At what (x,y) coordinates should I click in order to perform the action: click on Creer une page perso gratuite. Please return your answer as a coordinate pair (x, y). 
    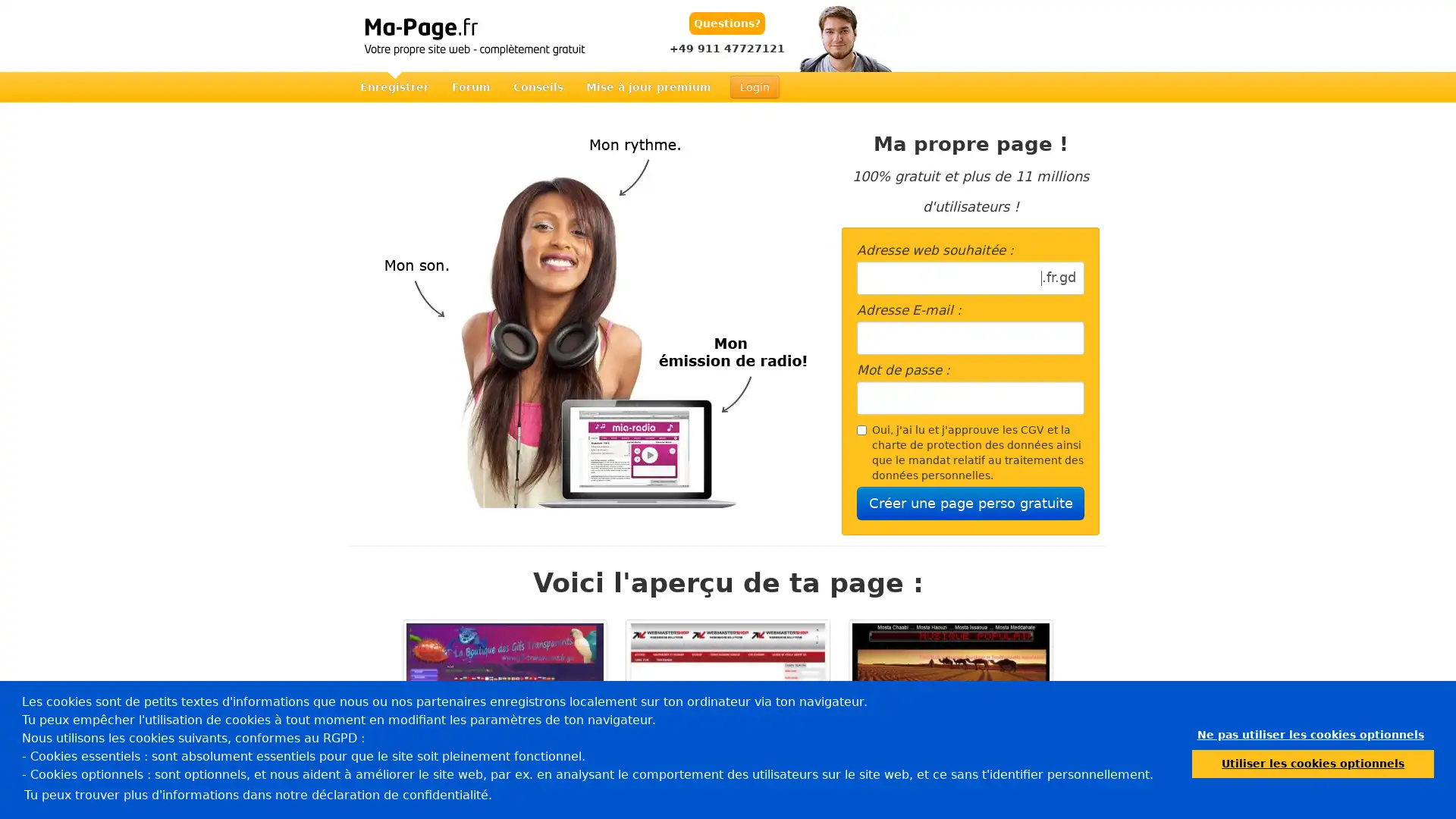
    Looking at the image, I should click on (971, 503).